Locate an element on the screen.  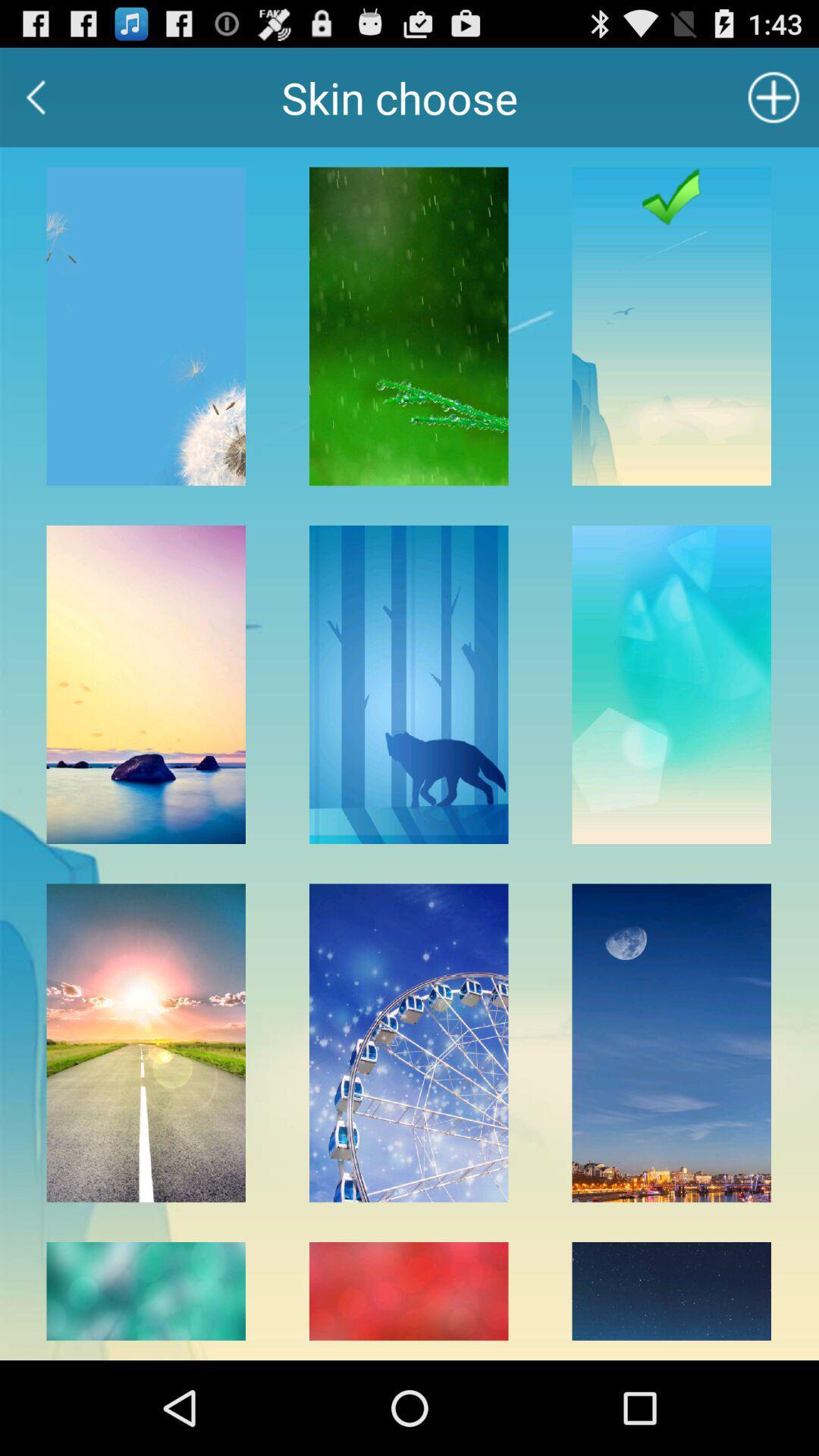
the add icon is located at coordinates (773, 103).